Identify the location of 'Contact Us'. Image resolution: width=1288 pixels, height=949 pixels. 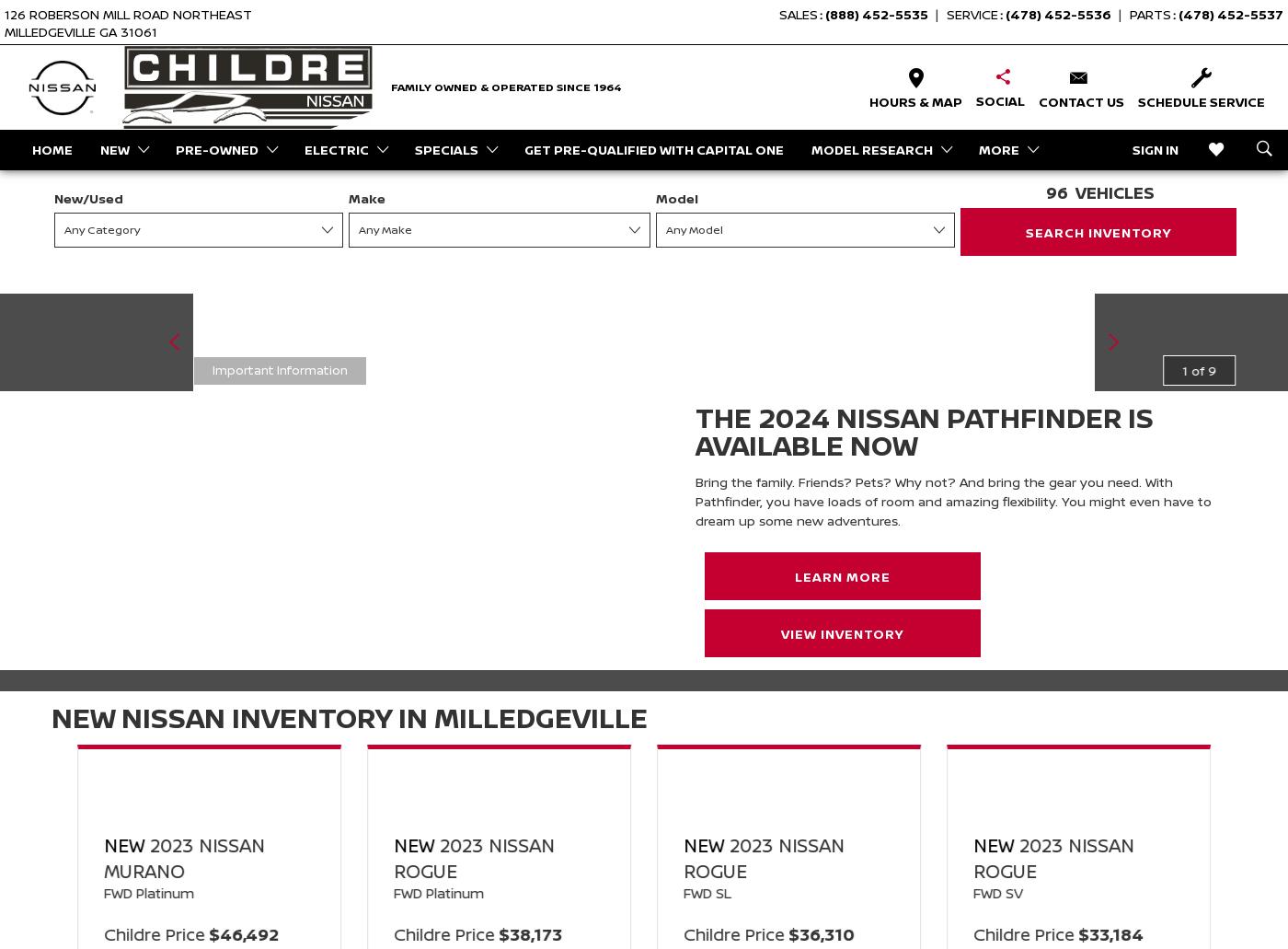
(1081, 99).